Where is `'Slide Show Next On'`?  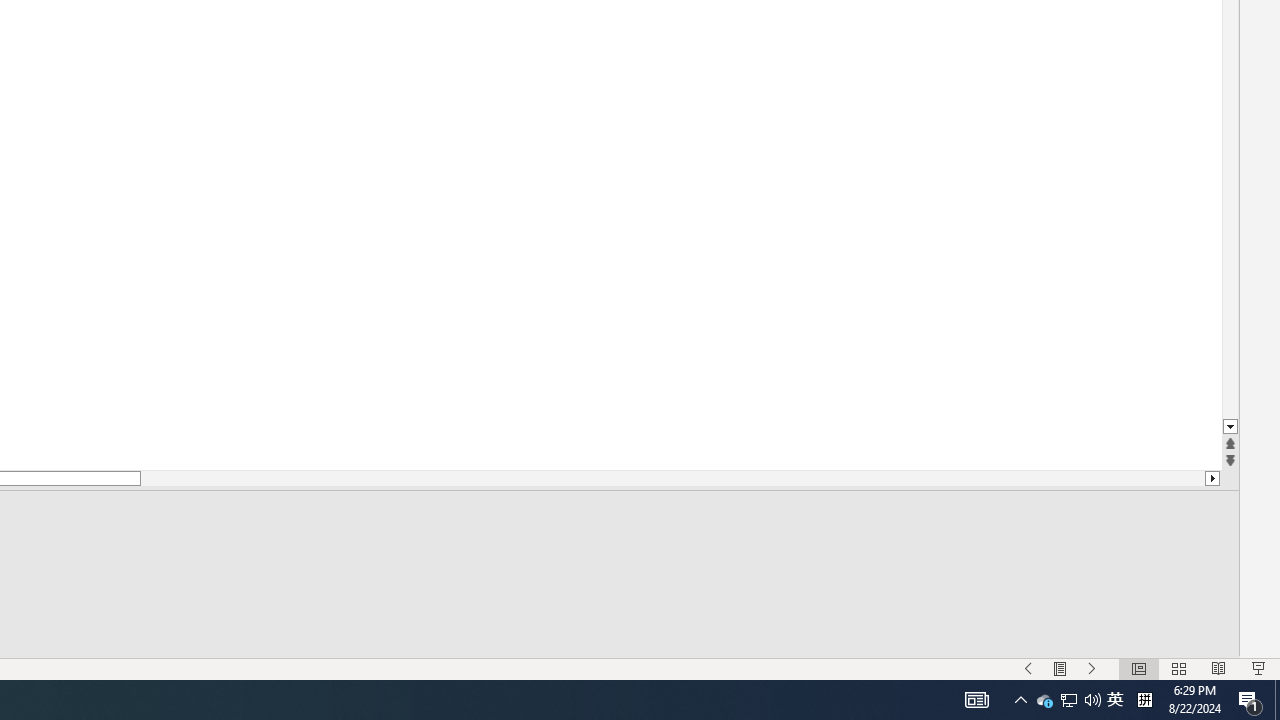 'Slide Show Next On' is located at coordinates (1091, 669).